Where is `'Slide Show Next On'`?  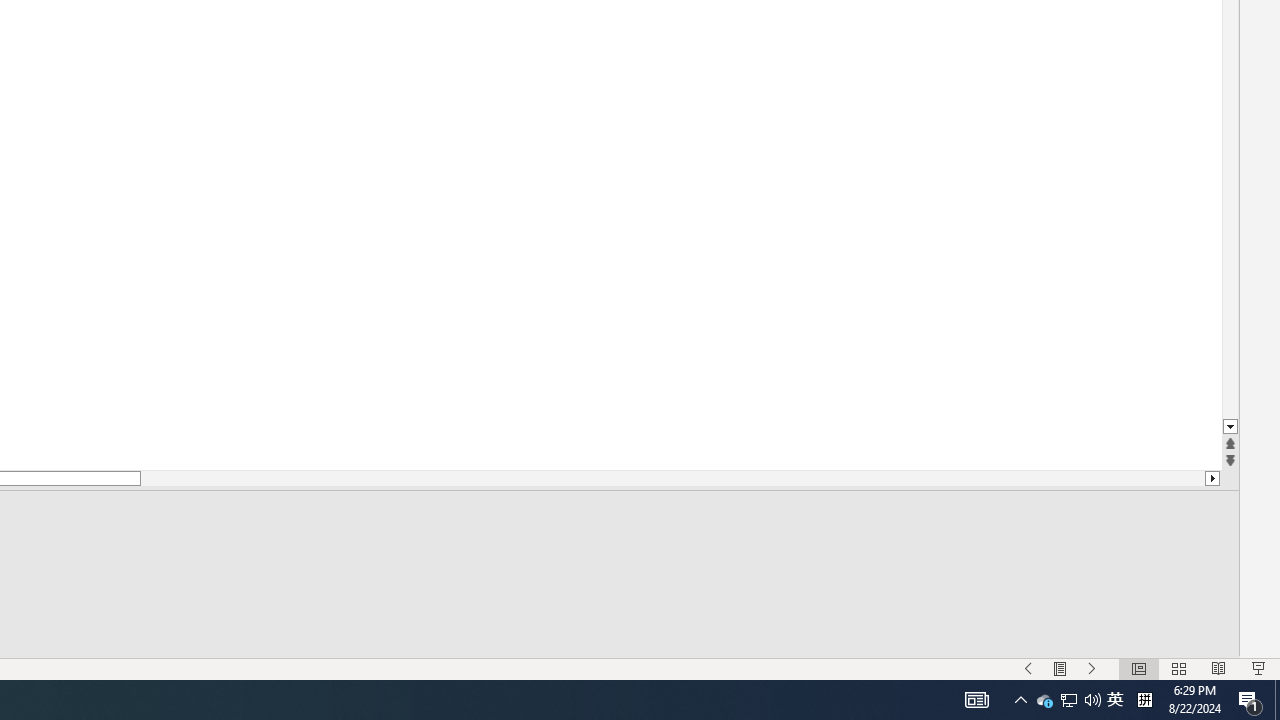 'Slide Show Next On' is located at coordinates (1091, 669).